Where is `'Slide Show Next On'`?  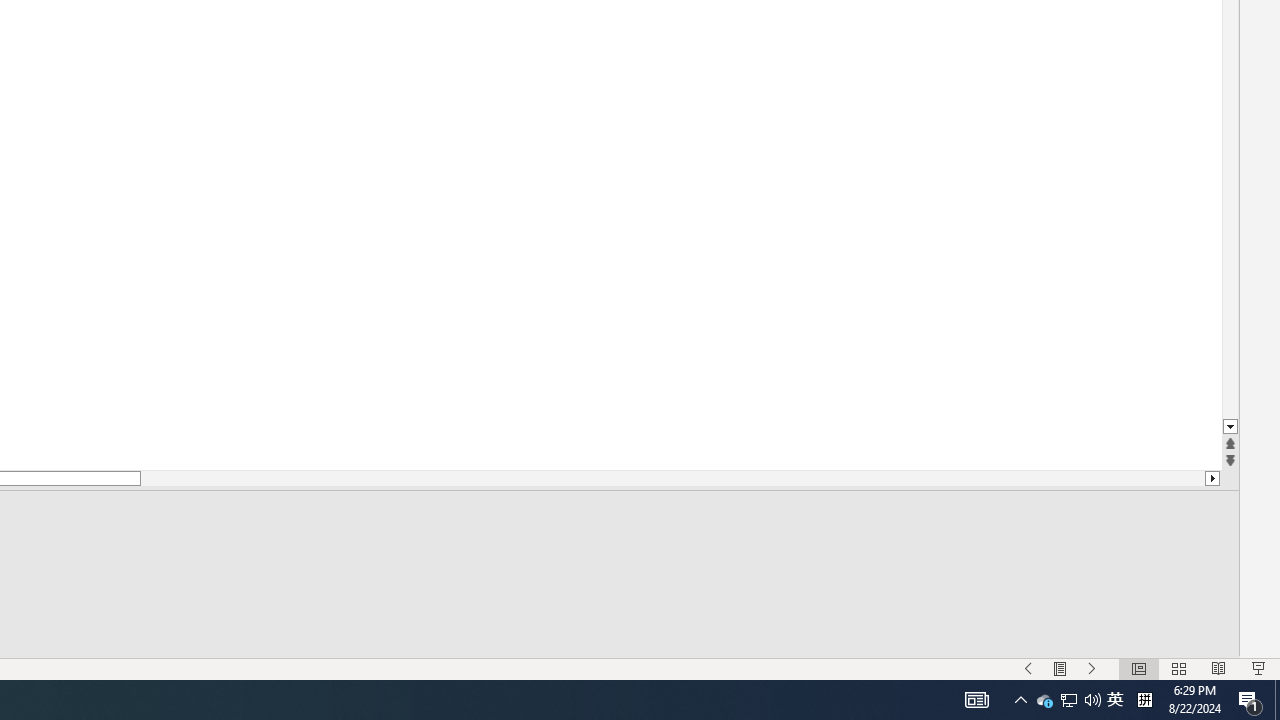 'Slide Show Next On' is located at coordinates (1091, 669).